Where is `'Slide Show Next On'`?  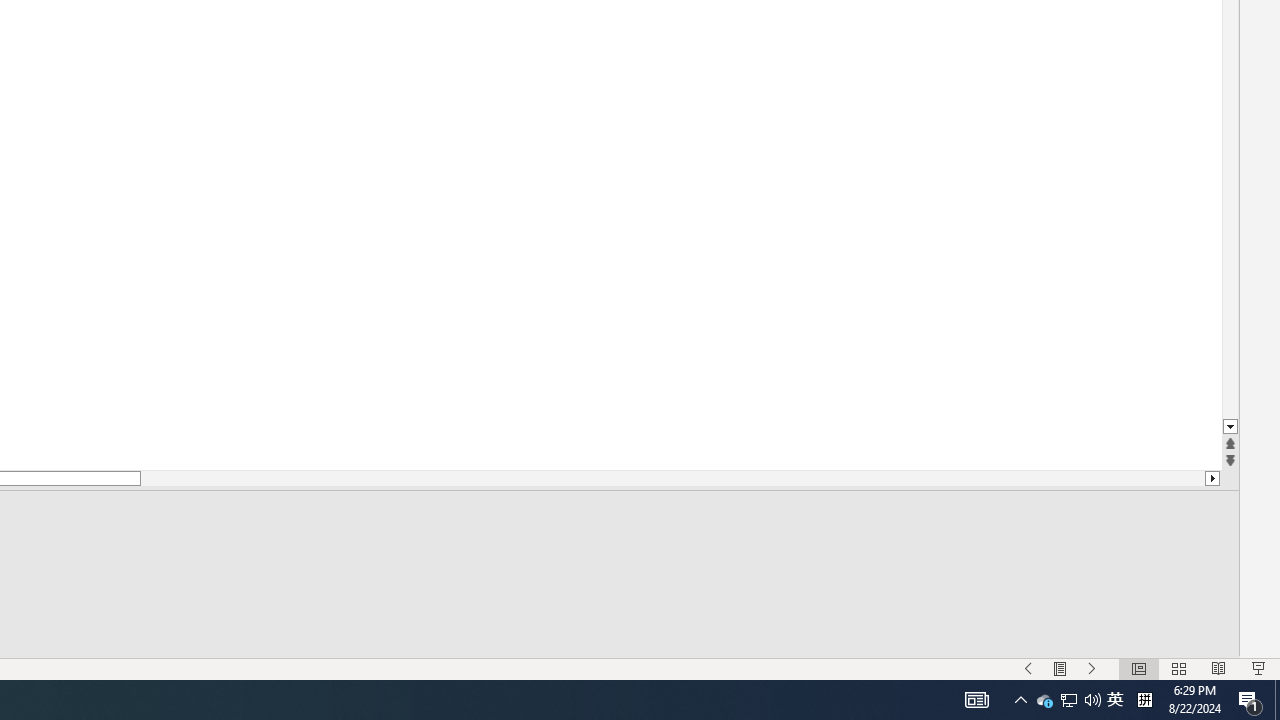 'Slide Show Next On' is located at coordinates (1091, 669).